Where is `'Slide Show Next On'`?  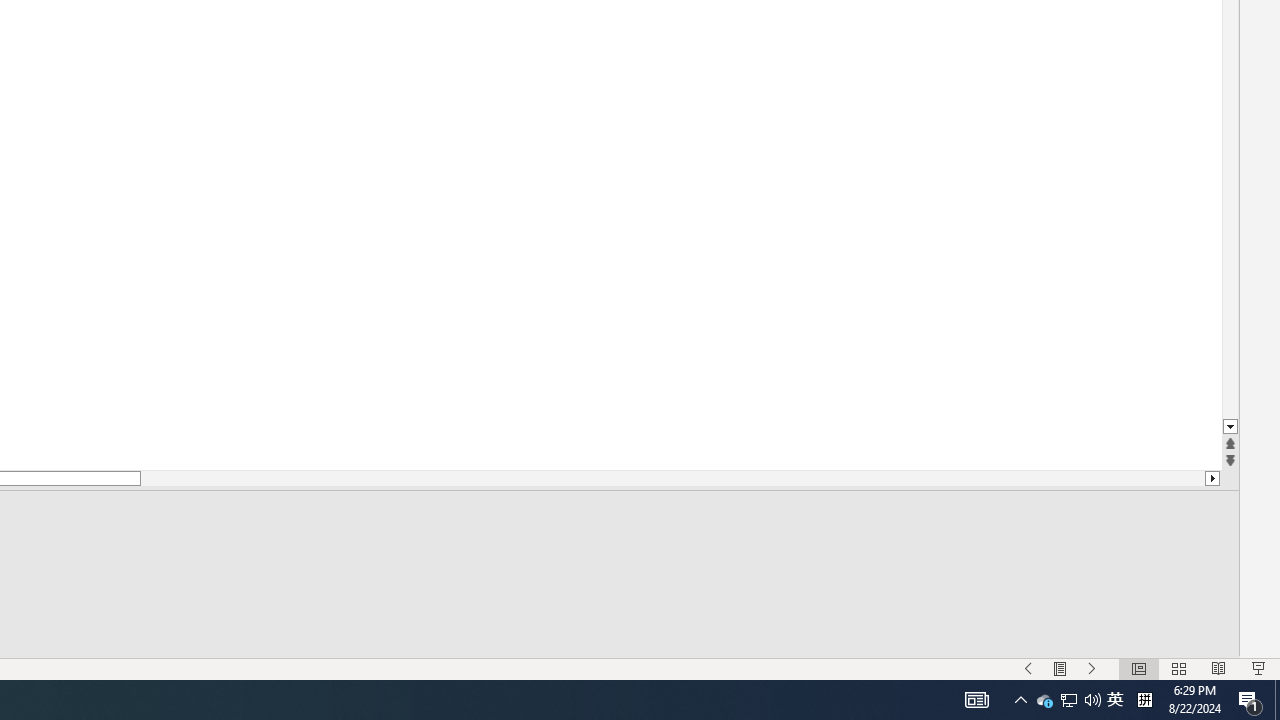 'Slide Show Next On' is located at coordinates (1091, 669).